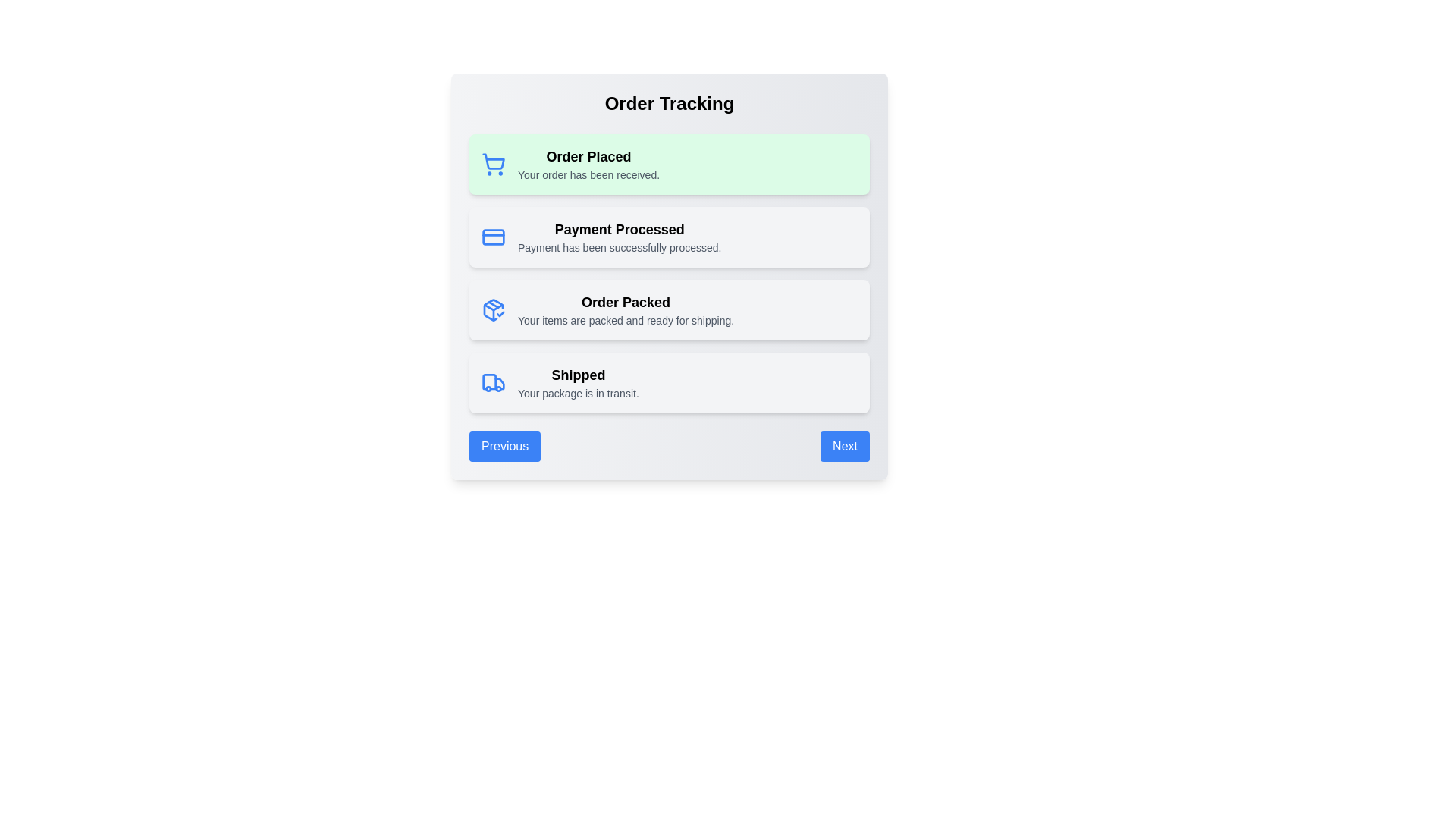 This screenshot has width=1456, height=819. Describe the element at coordinates (577, 375) in the screenshot. I see `the bold text label that reads 'Shipped', which is styled with a large font size and dark color, located at the top of the fourth card in the 'Order Tracking' section` at that location.